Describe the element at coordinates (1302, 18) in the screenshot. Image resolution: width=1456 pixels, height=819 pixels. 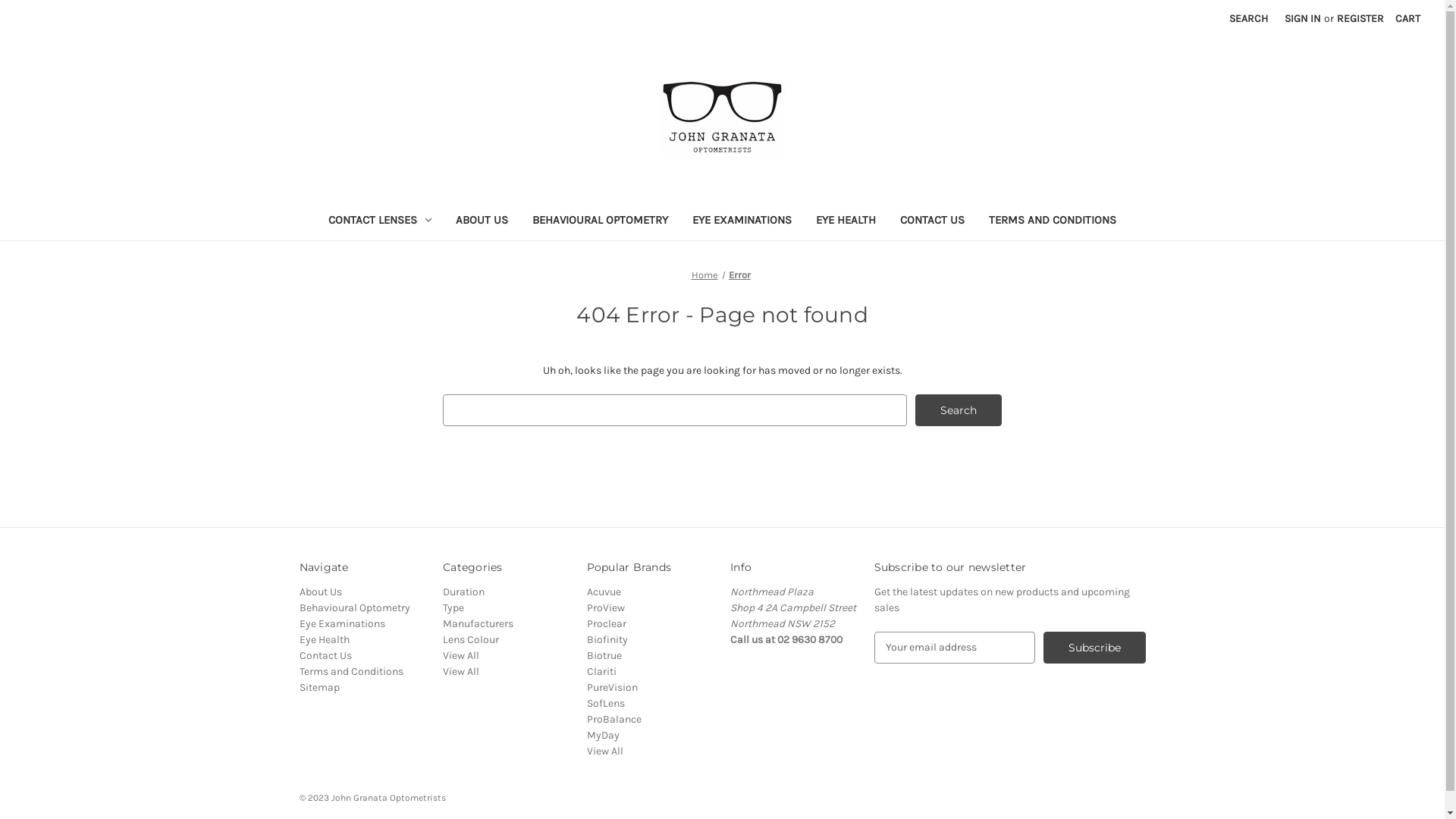
I see `'SIGN IN'` at that location.